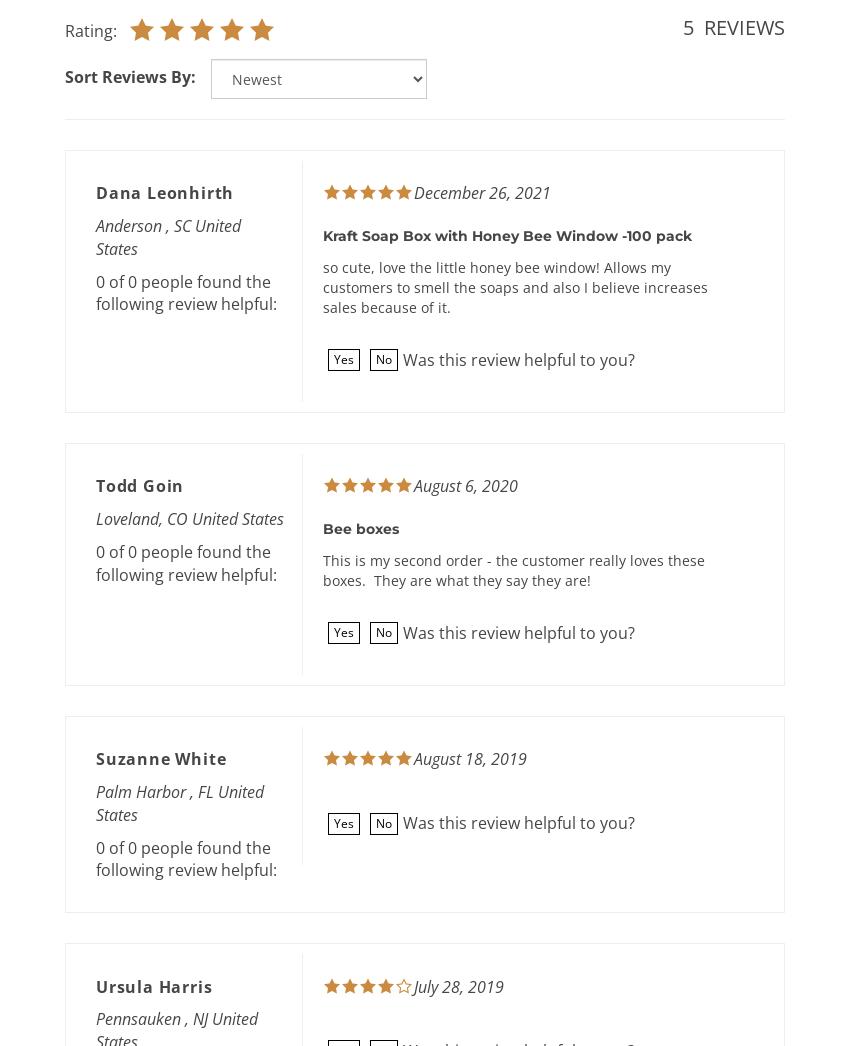  What do you see at coordinates (414, 192) in the screenshot?
I see `'December 26, 2021'` at bounding box center [414, 192].